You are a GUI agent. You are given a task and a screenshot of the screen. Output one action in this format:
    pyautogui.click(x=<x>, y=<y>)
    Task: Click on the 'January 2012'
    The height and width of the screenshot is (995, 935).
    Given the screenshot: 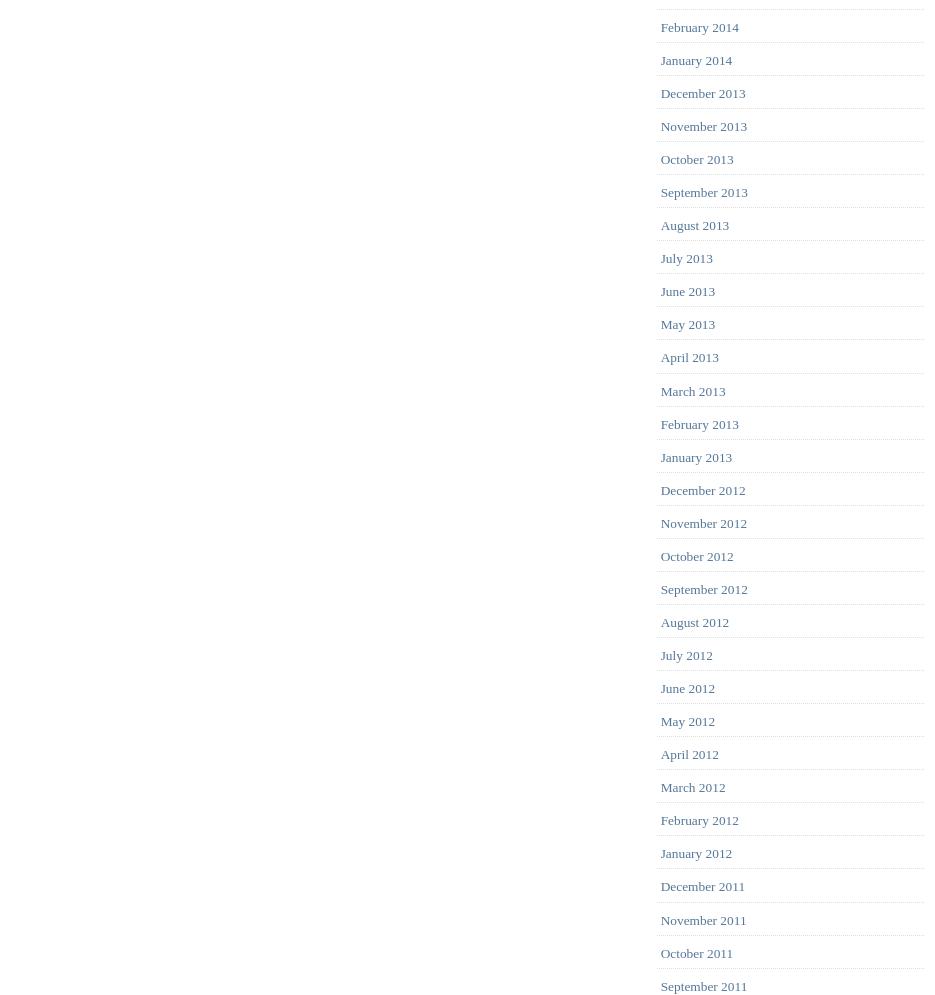 What is the action you would take?
    pyautogui.click(x=695, y=853)
    